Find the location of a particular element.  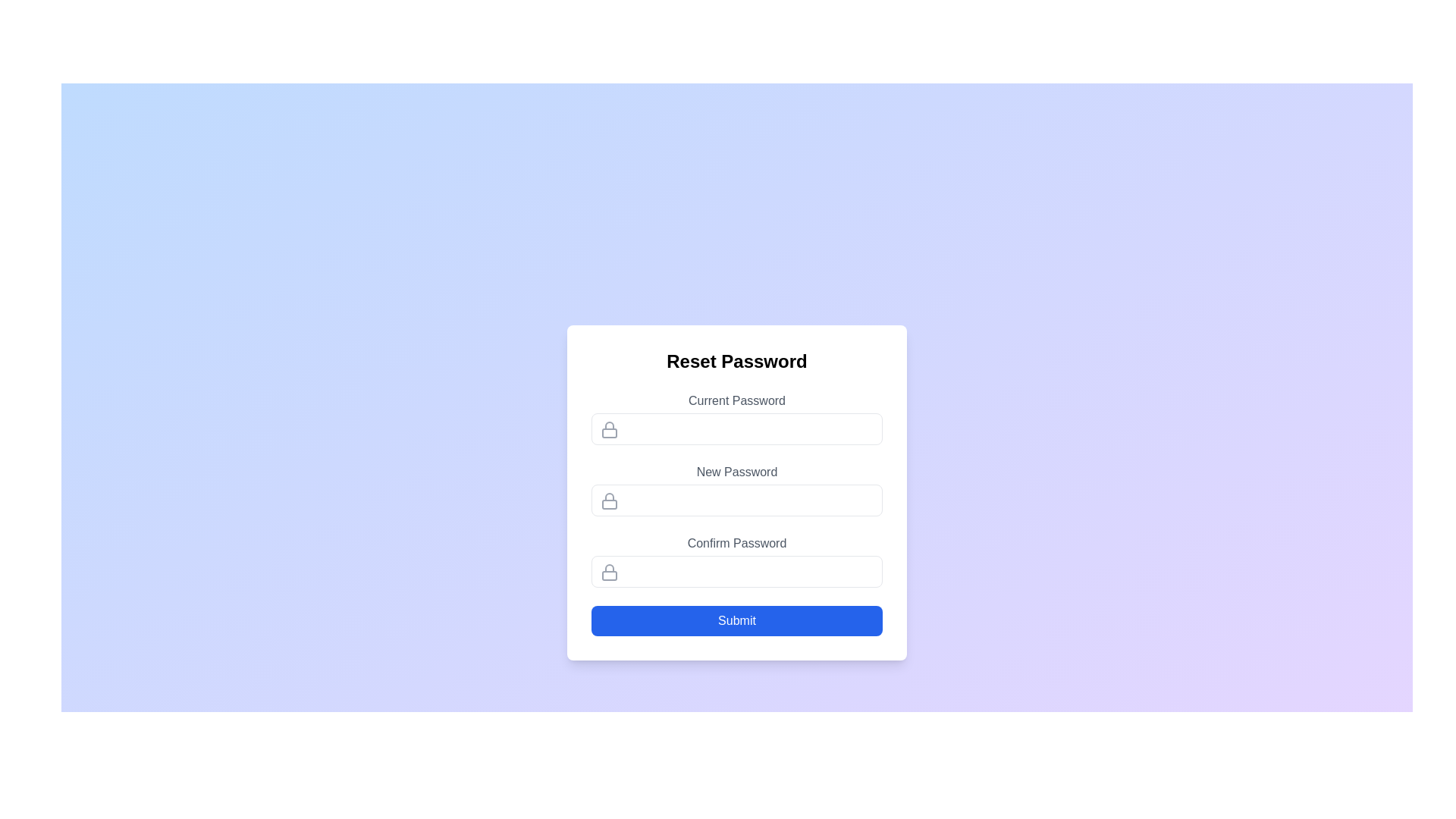

the decorative rectangular shape that visually represents part of the third lock icon located to the left of the 'Confirm Password' field in the 'Reset Password' form is located at coordinates (610, 576).